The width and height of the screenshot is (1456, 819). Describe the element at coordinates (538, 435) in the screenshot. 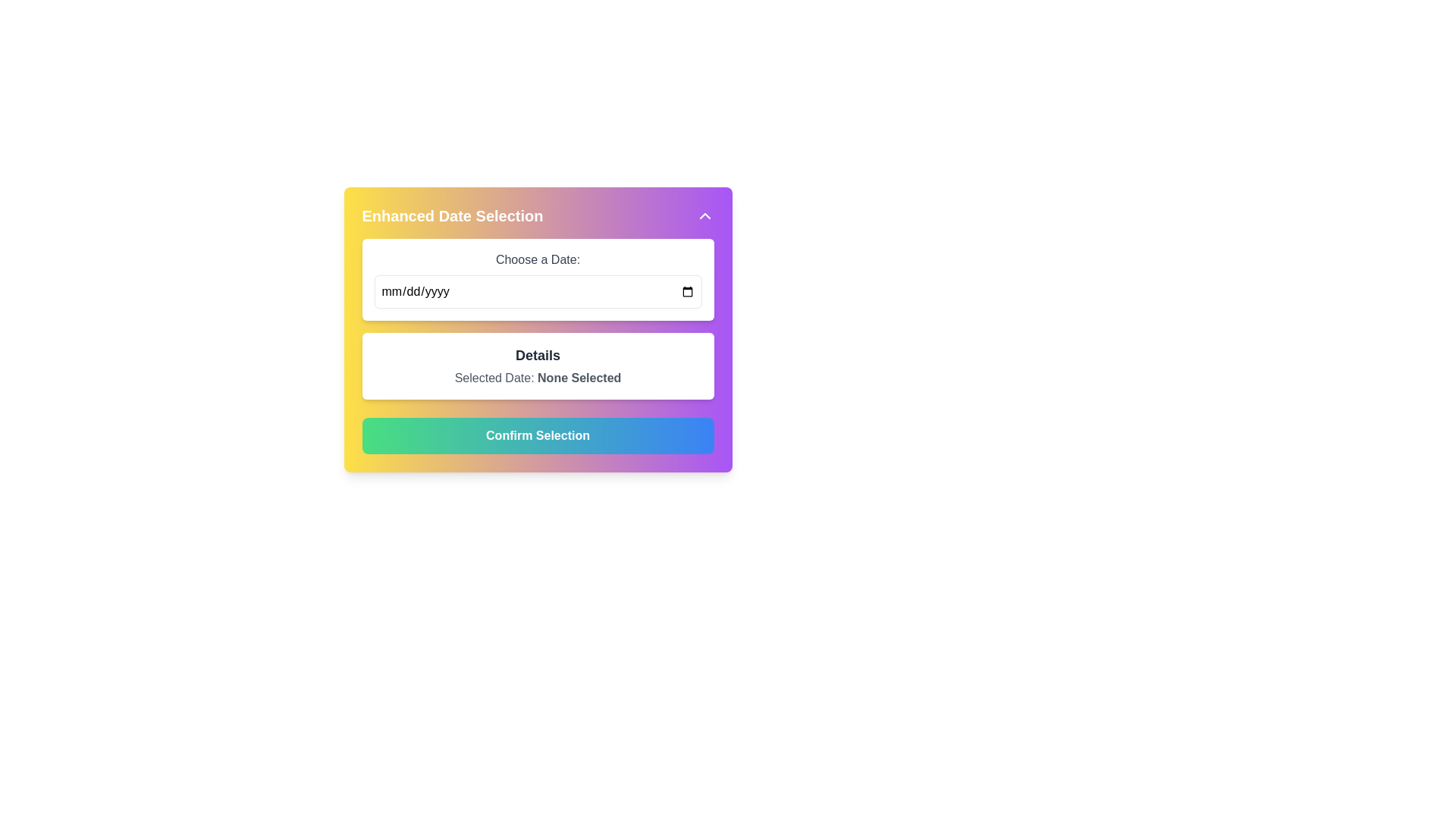

I see `the 'Confirm Selection' button, which is a rectangular button with a gradient background from green to blue, located at the bottom of a modal with a yellow to purple gradient` at that location.